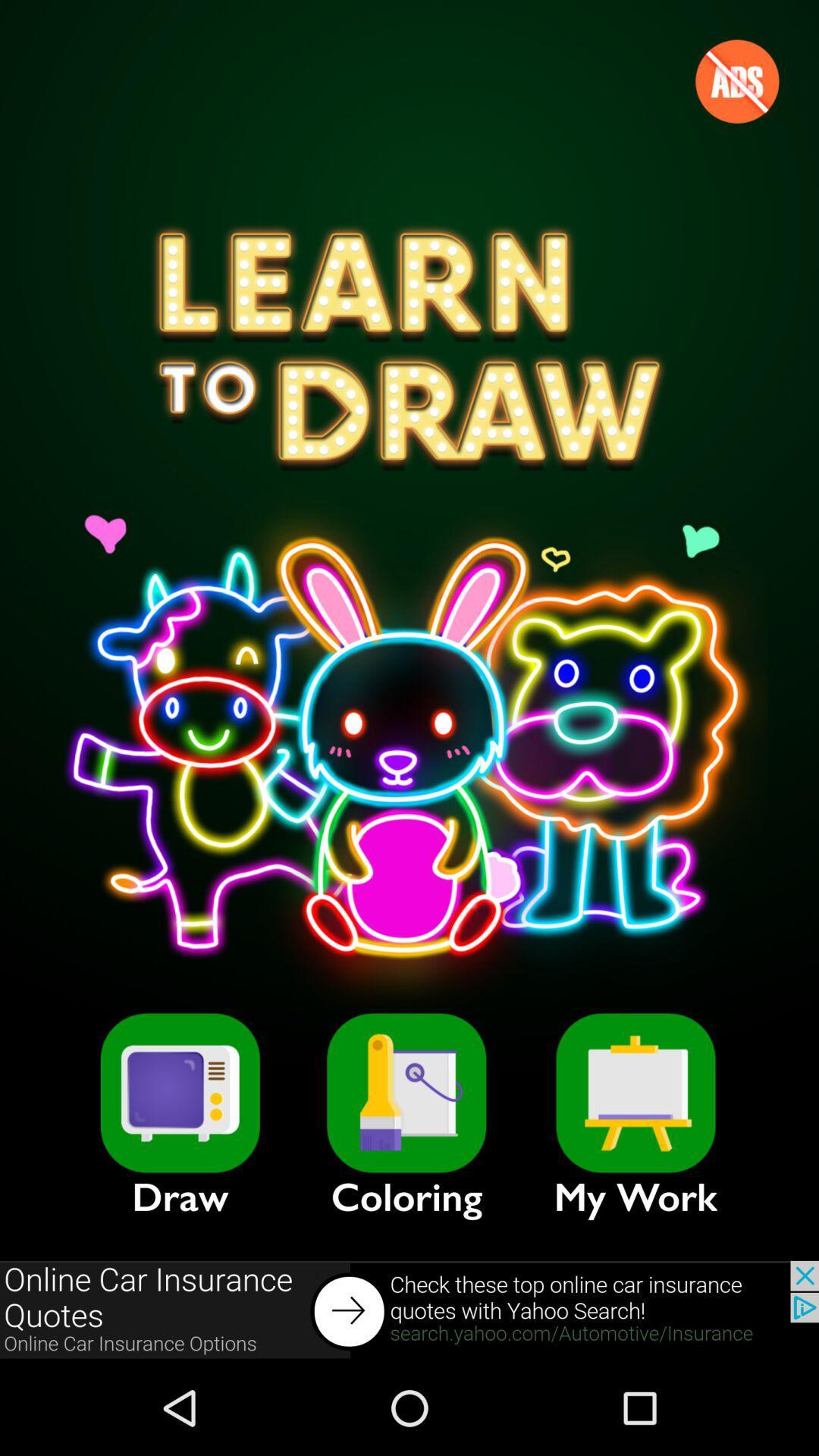 The height and width of the screenshot is (1456, 819). What do you see at coordinates (736, 80) in the screenshot?
I see `no advertisements` at bounding box center [736, 80].